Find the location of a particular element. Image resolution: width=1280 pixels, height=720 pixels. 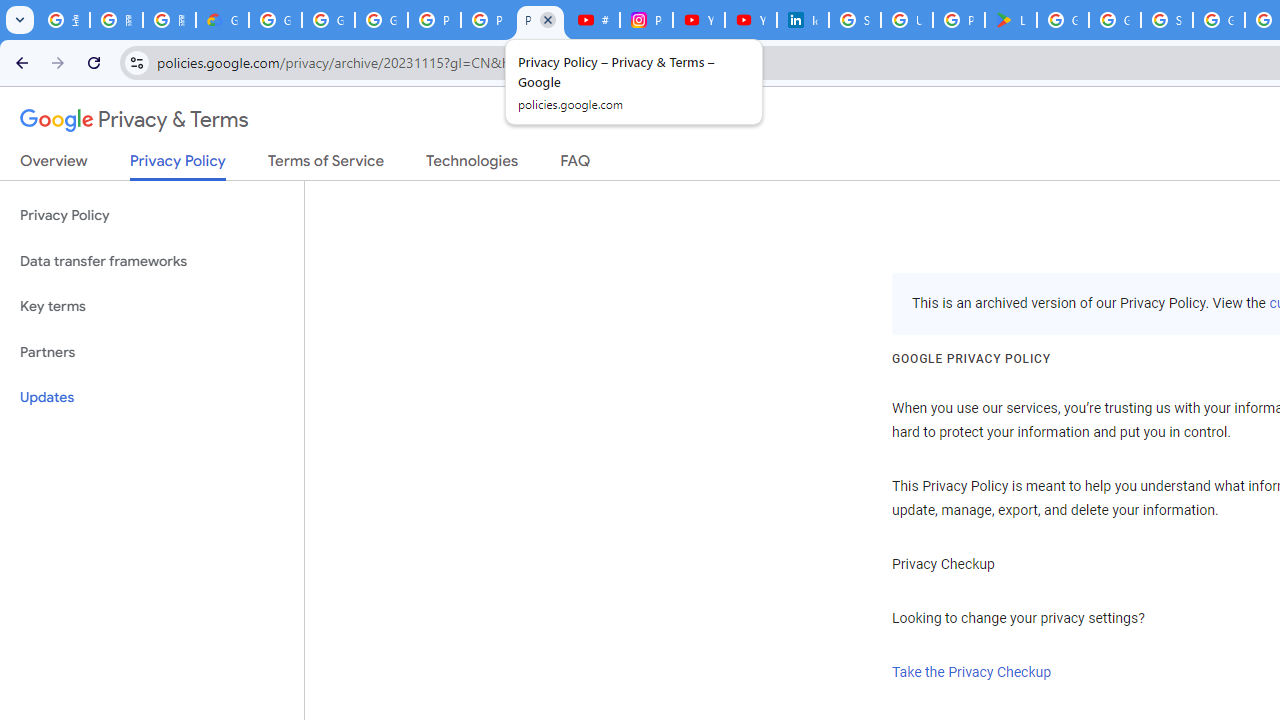

'YouTube Culture & Trends - YouTube Top 10, 2021' is located at coordinates (749, 20).